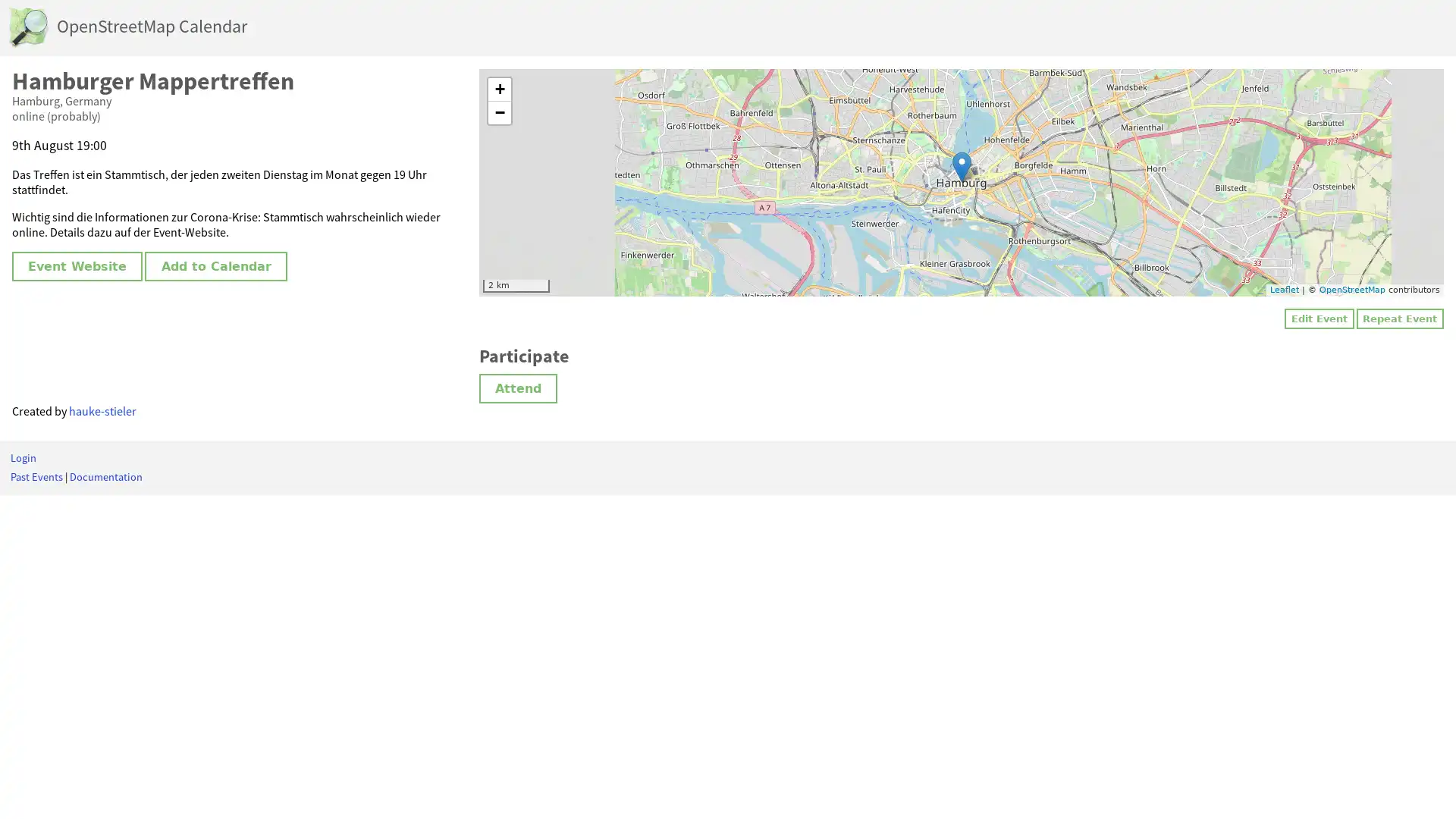 This screenshot has width=1456, height=819. What do you see at coordinates (1399, 318) in the screenshot?
I see `Repeat Event` at bounding box center [1399, 318].